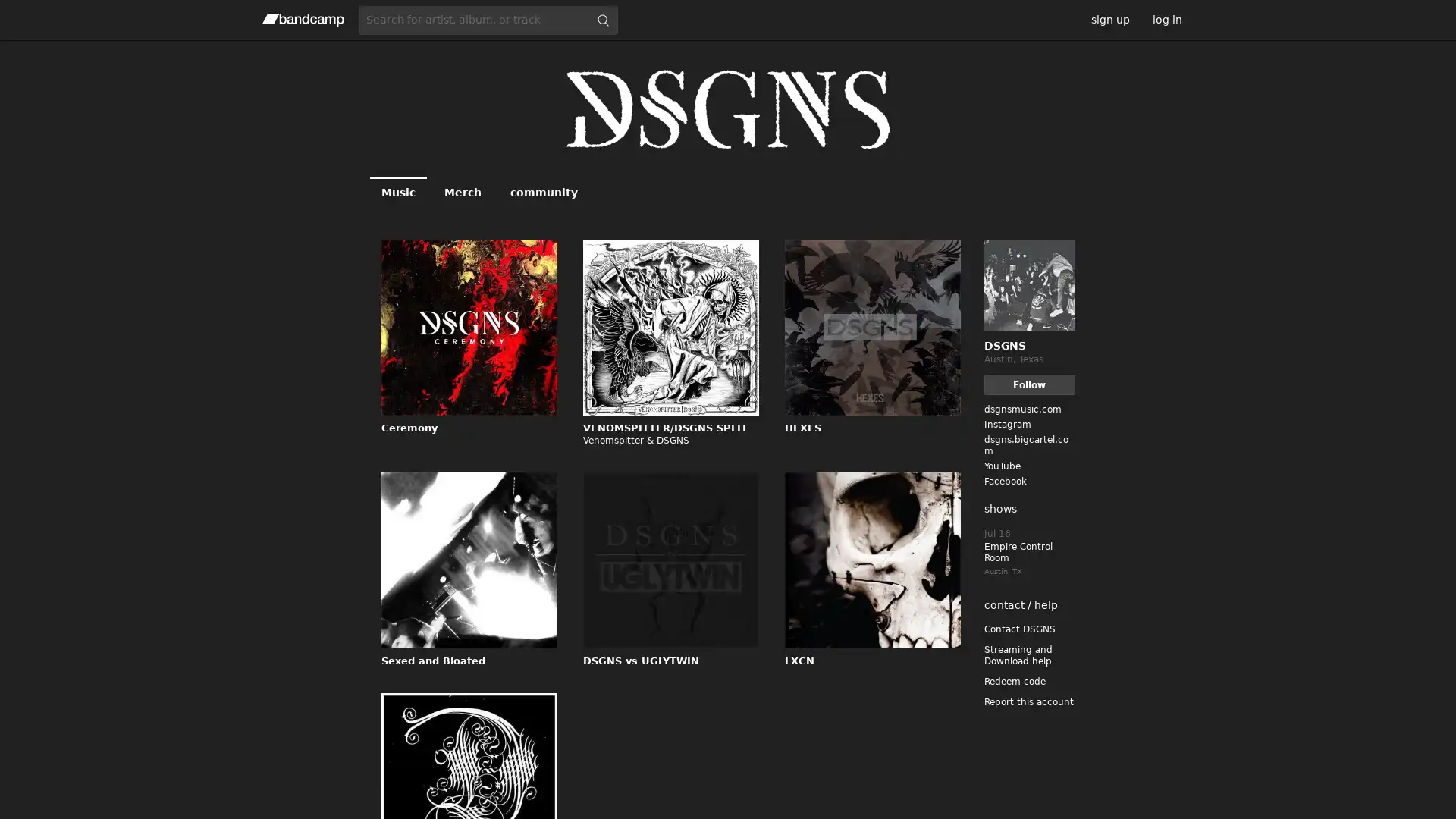 This screenshot has width=1456, height=819. Describe the element at coordinates (602, 20) in the screenshot. I see `submit for full search page` at that location.